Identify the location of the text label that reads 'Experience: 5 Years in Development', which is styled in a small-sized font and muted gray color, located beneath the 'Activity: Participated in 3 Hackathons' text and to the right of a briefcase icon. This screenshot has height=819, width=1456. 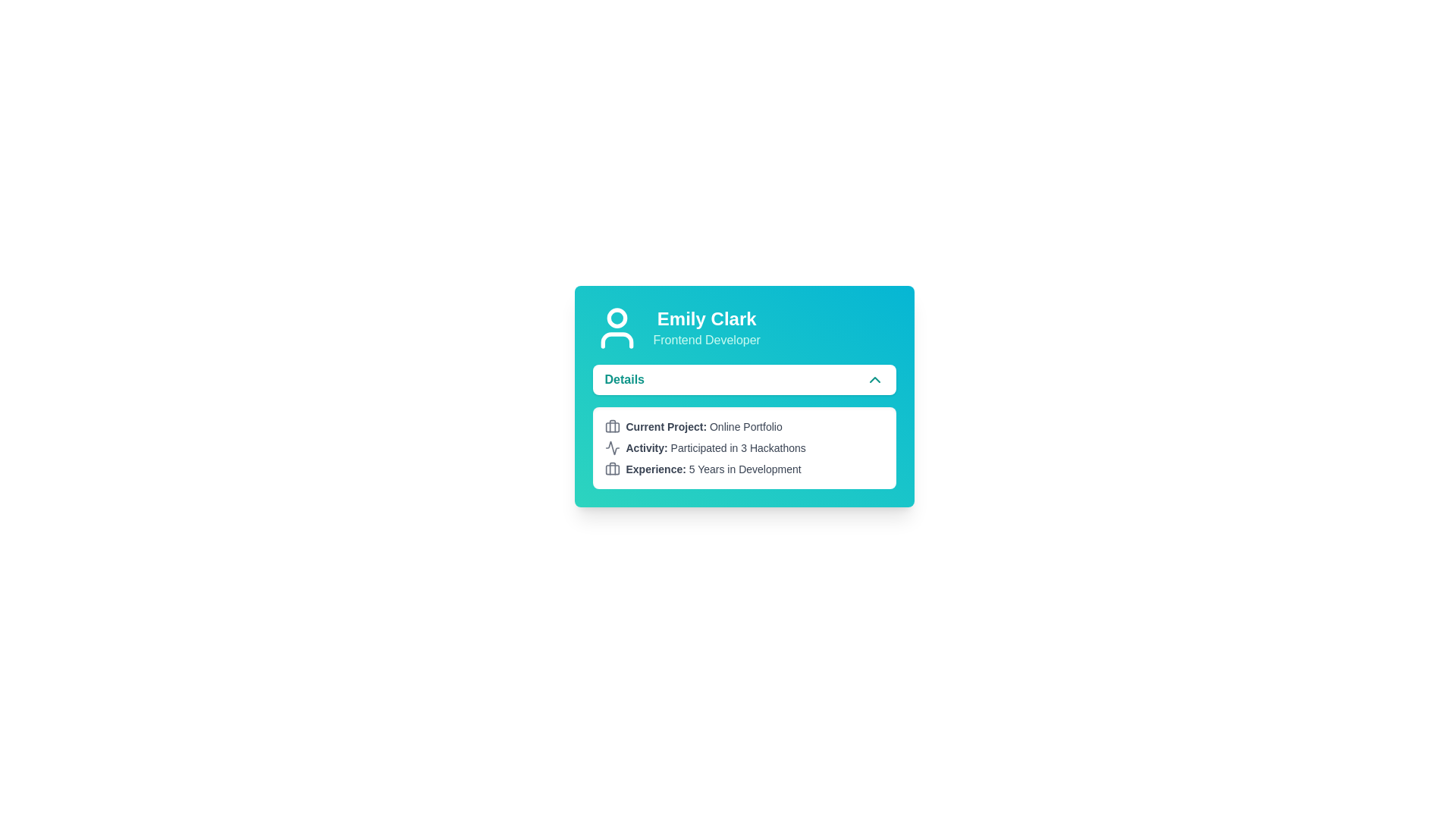
(712, 468).